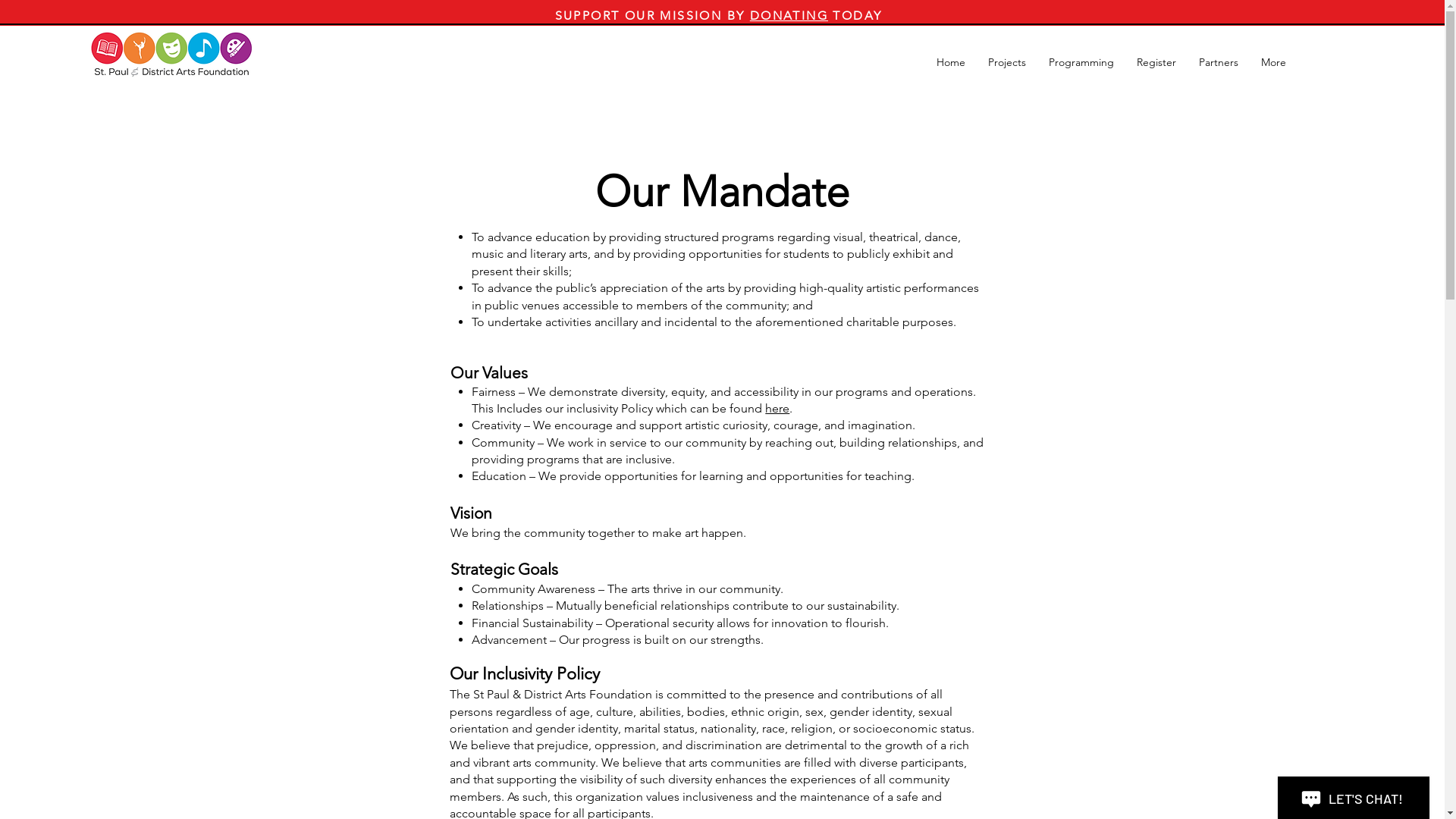 This screenshot has height=819, width=1456. I want to click on 'Register', so click(1125, 61).